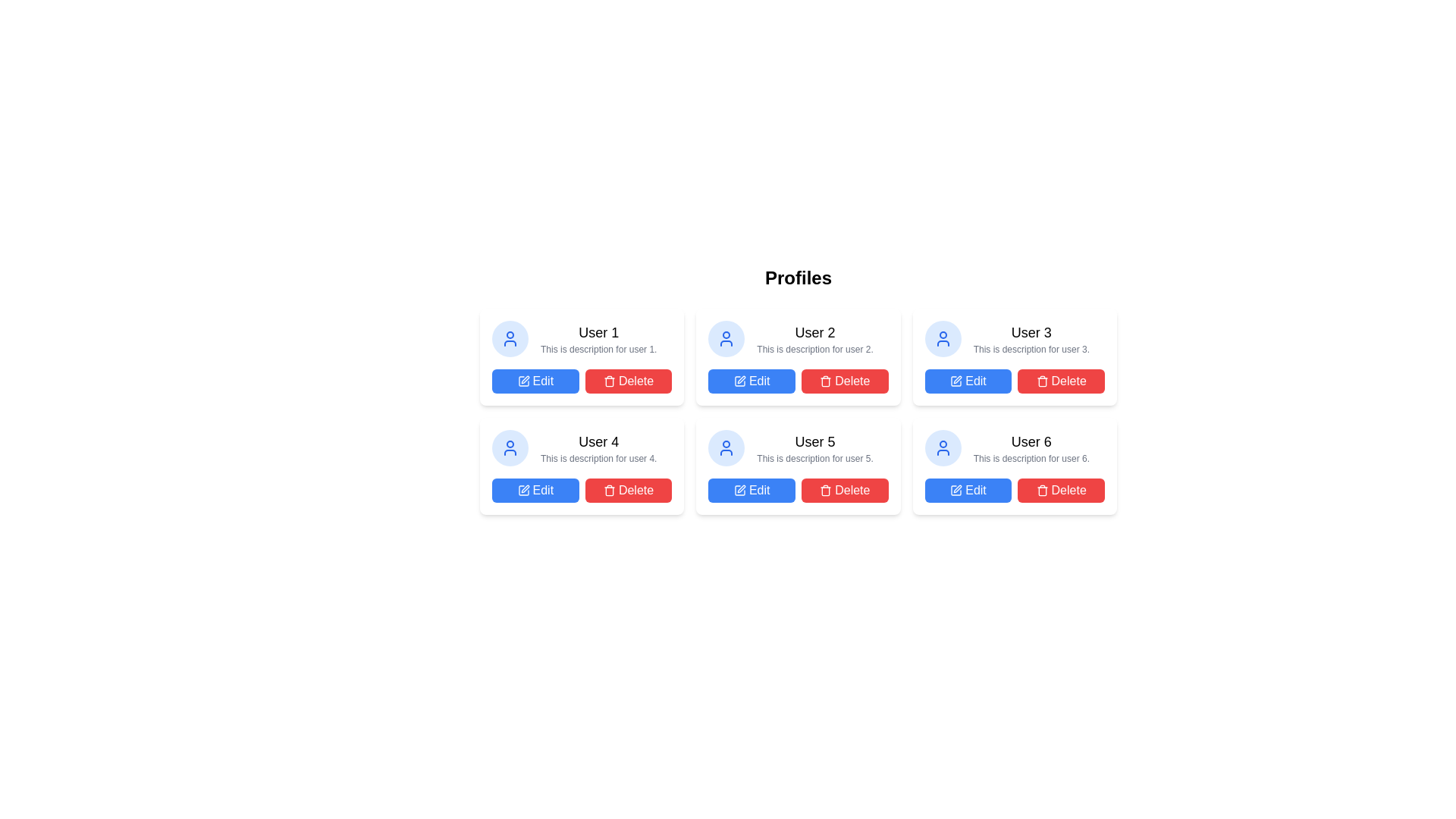 The width and height of the screenshot is (1456, 819). I want to click on on the user account icon representing 'User 5', located in the top-left corner of the card labeled 'User 5', so click(726, 447).